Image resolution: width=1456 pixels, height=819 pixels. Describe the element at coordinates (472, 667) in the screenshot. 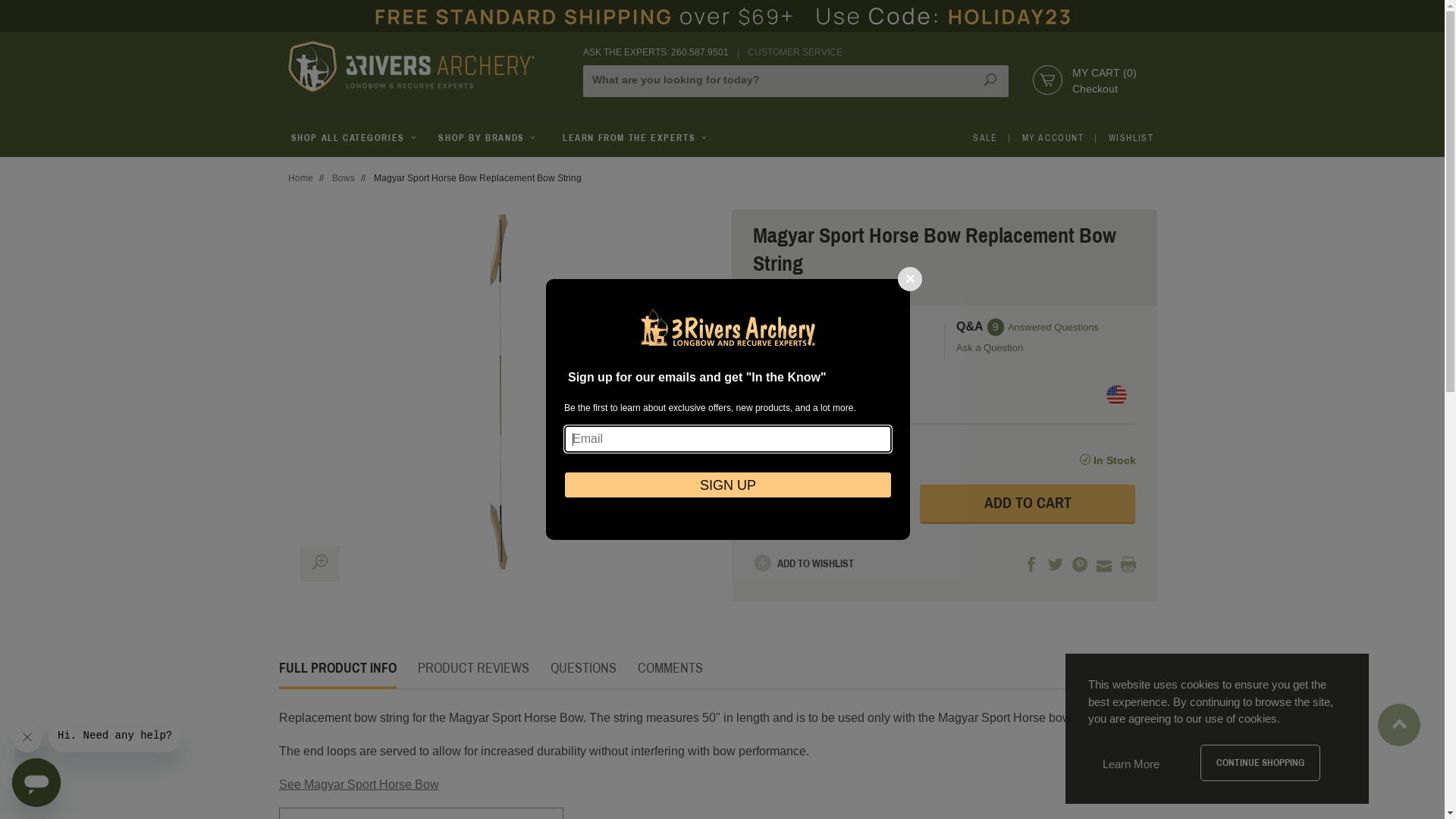

I see `'PRODUCT REVIEWS'` at that location.